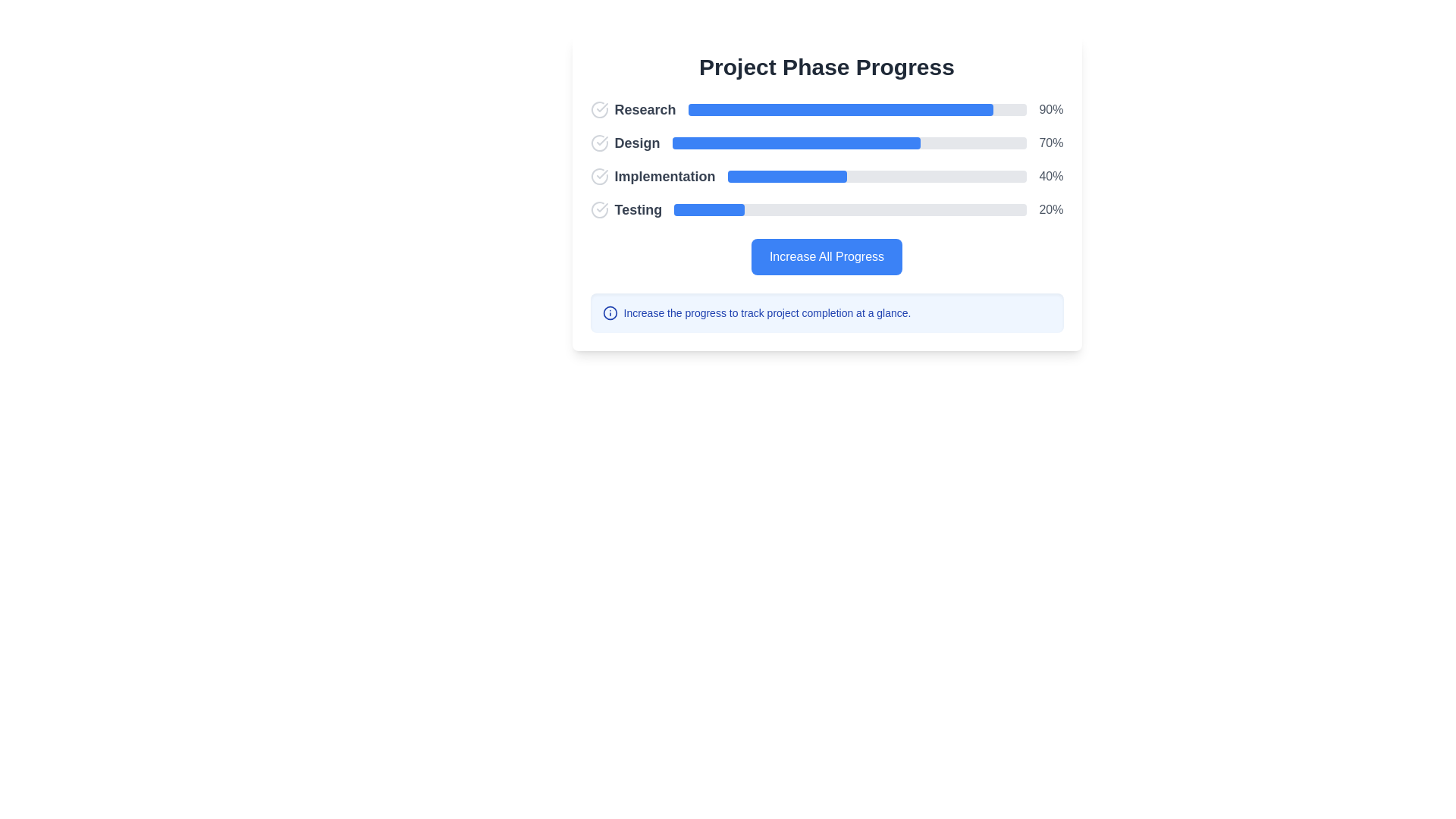  Describe the element at coordinates (826, 210) in the screenshot. I see `progress value displayed on the 'Testing' progress bar, which shows '20%' to the right of the progress label` at that location.